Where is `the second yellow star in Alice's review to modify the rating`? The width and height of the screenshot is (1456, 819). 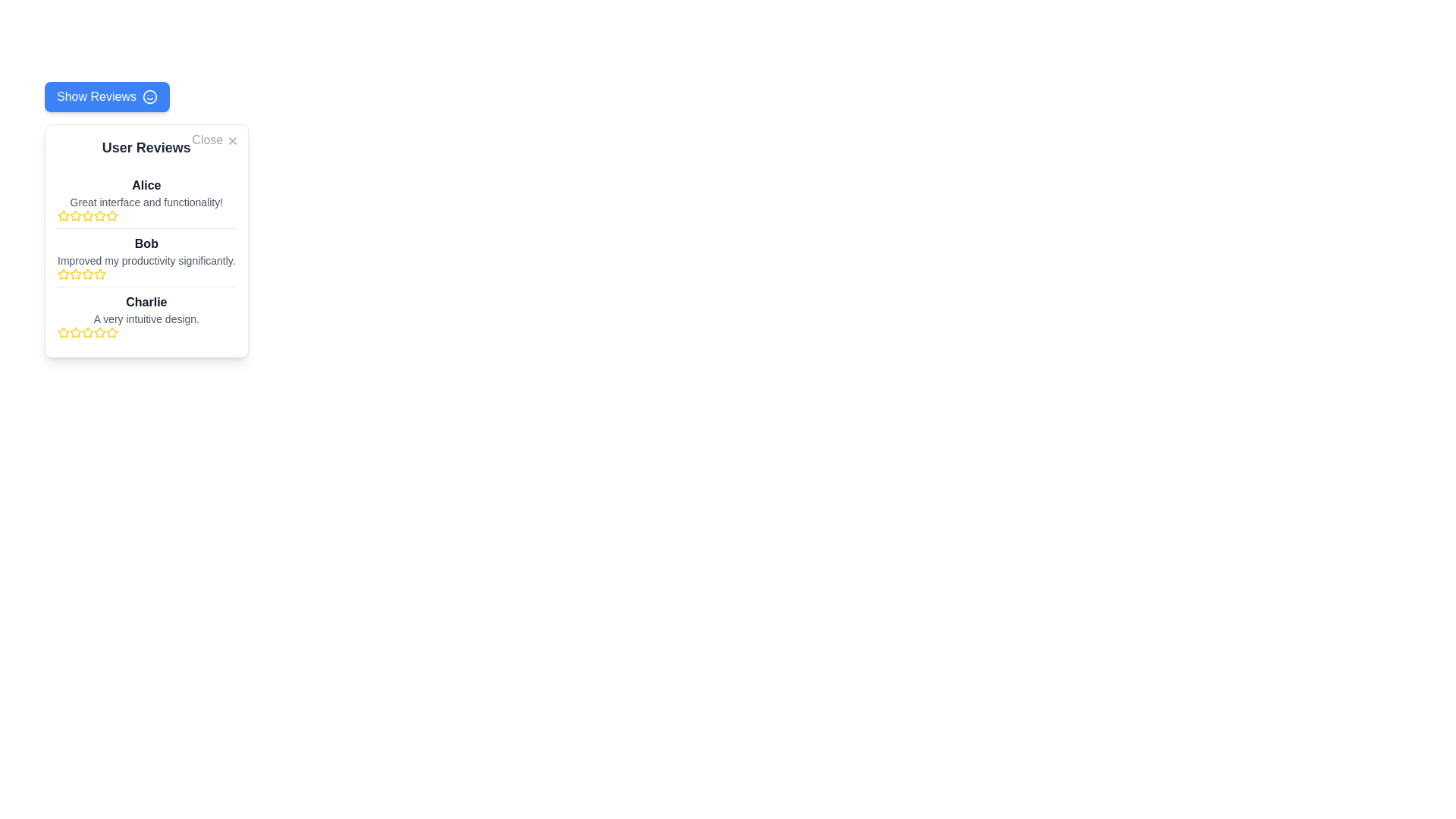 the second yellow star in Alice's review to modify the rating is located at coordinates (111, 215).